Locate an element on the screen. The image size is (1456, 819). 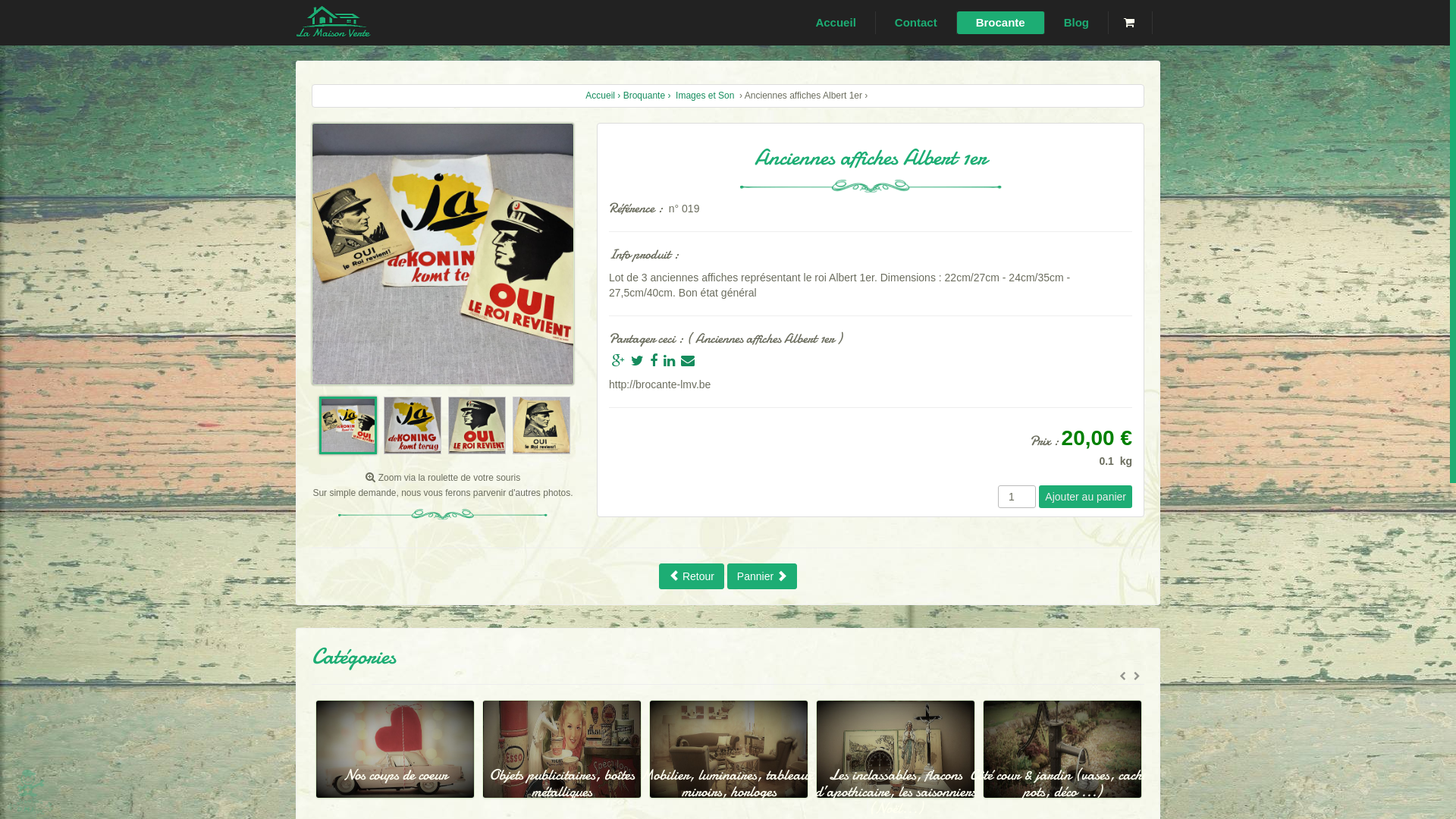
'Blog' is located at coordinates (1076, 23).